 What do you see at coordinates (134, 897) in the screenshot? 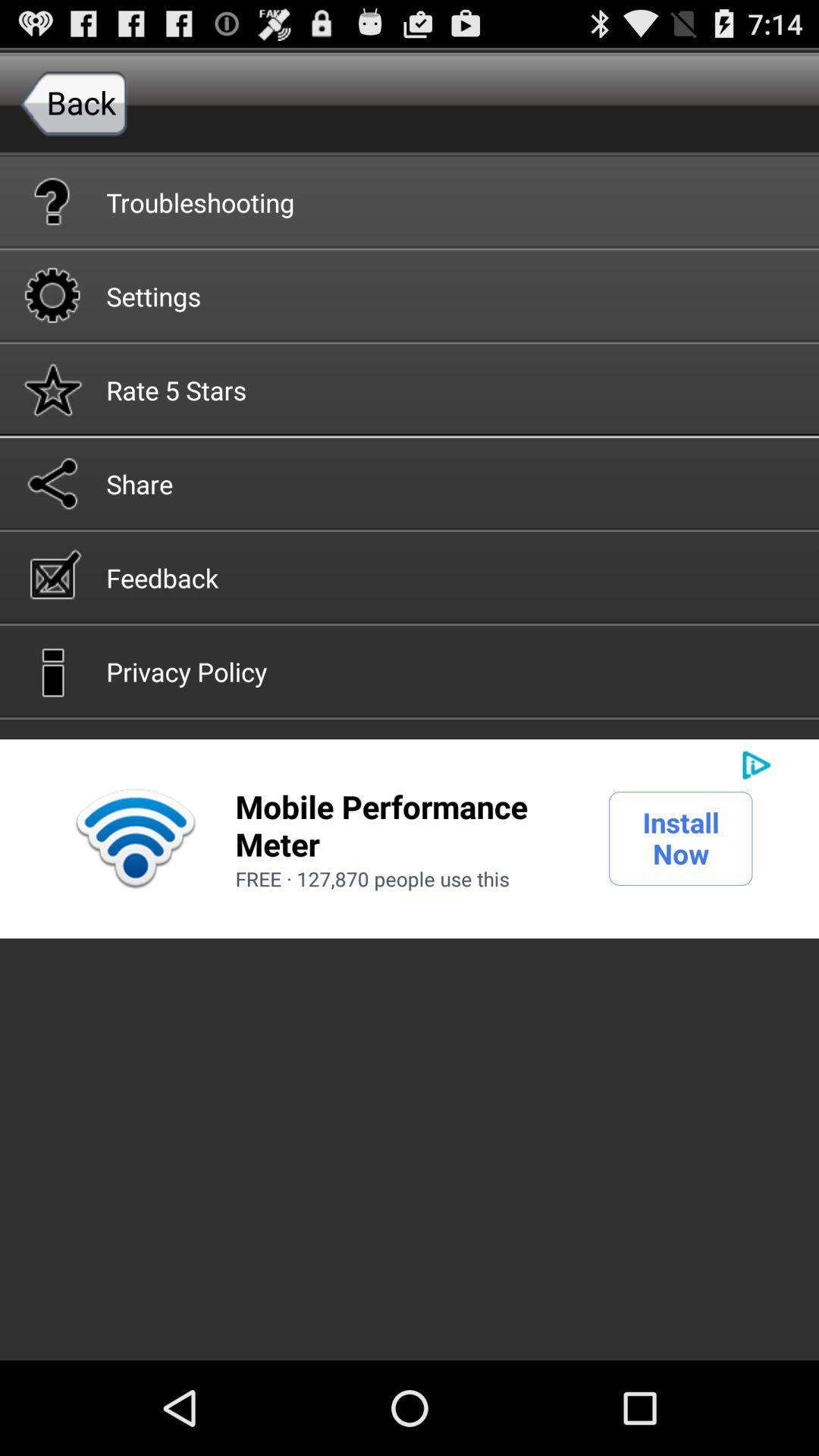
I see `the network_wifi icon` at bounding box center [134, 897].